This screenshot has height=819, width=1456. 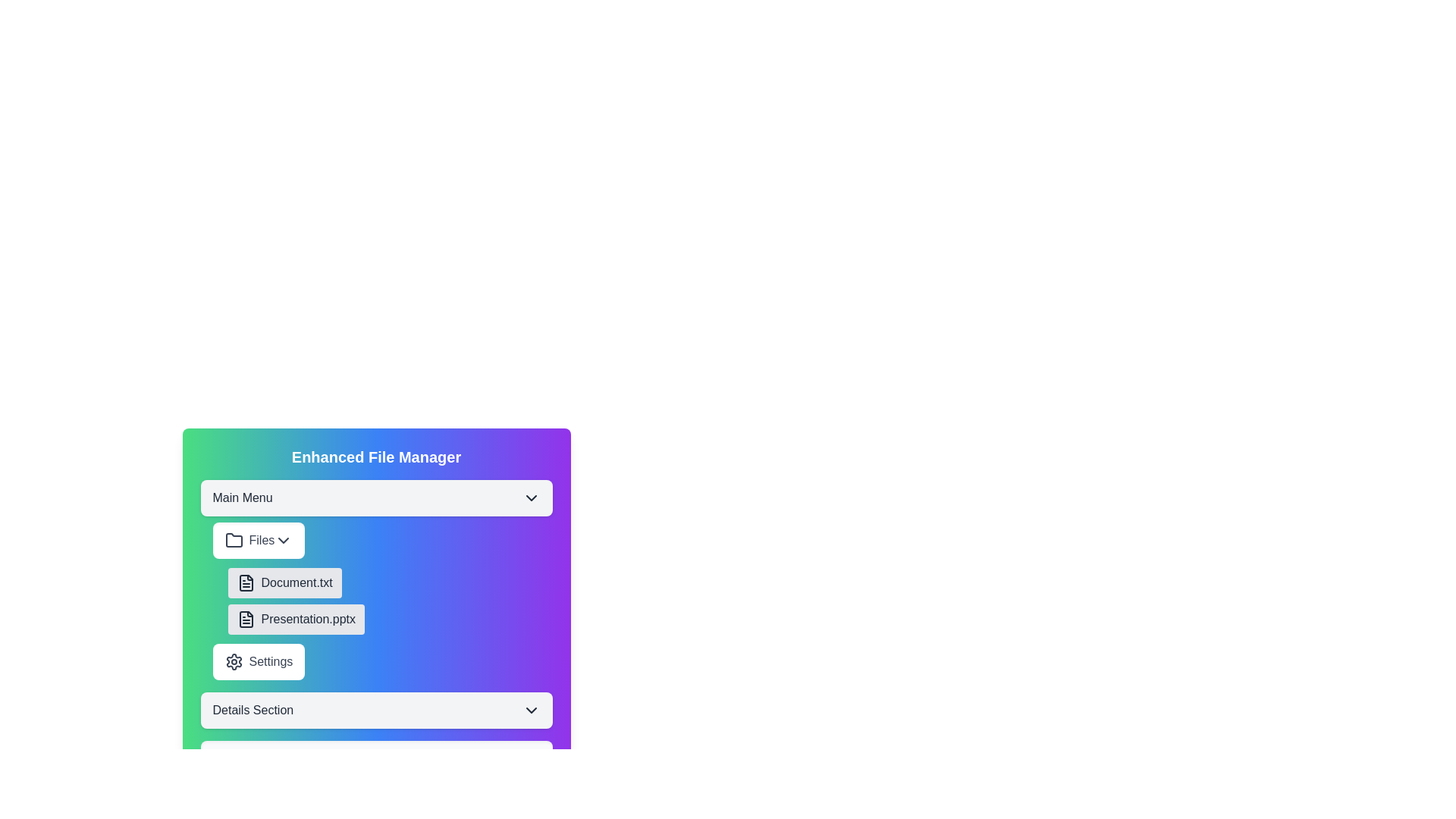 I want to click on the 'Document.txt' file button, so click(x=284, y=582).